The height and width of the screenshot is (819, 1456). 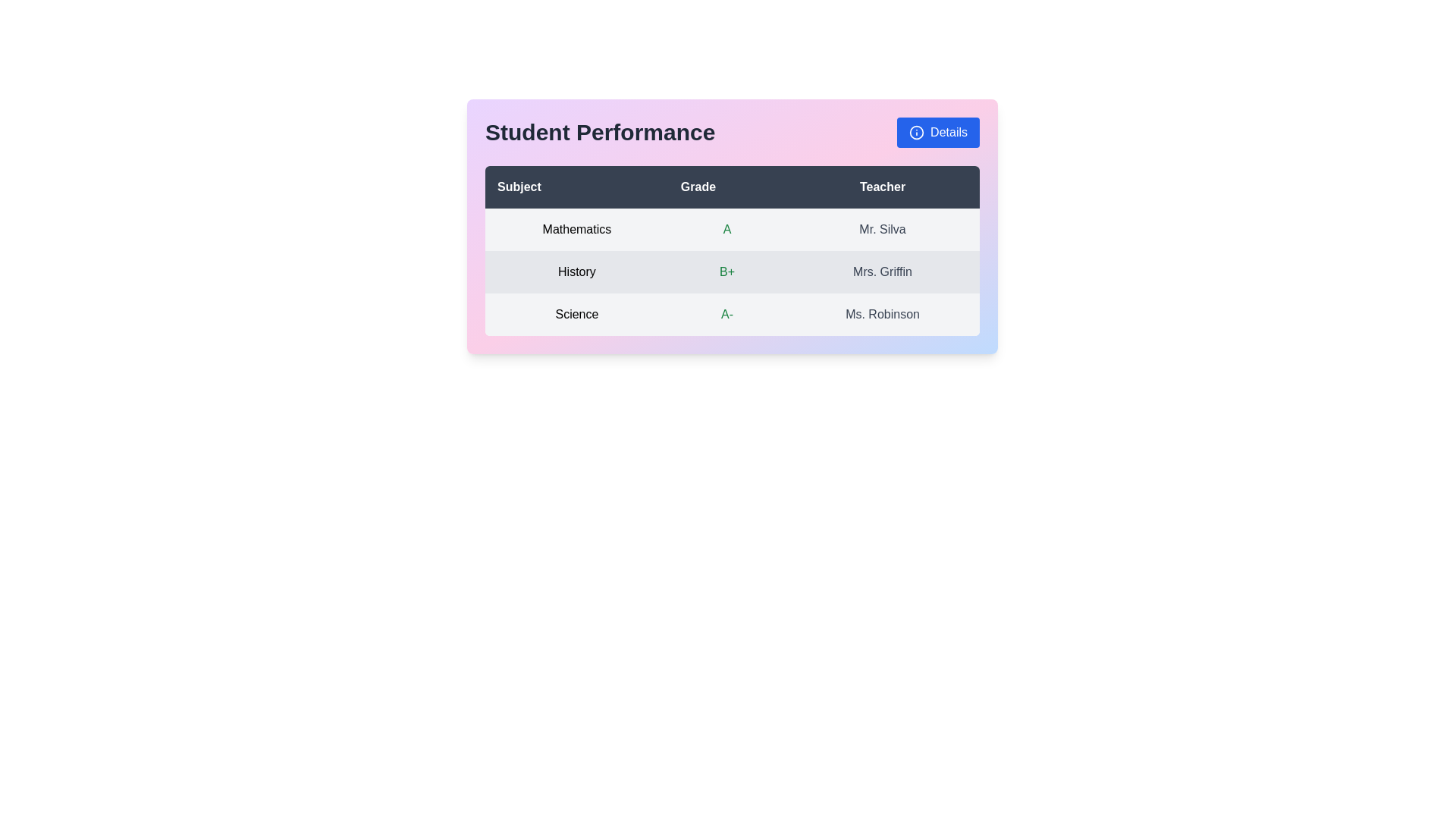 What do you see at coordinates (937, 131) in the screenshot?
I see `the button located in the upper-right corner of the 'Student Performance' section to change its color` at bounding box center [937, 131].